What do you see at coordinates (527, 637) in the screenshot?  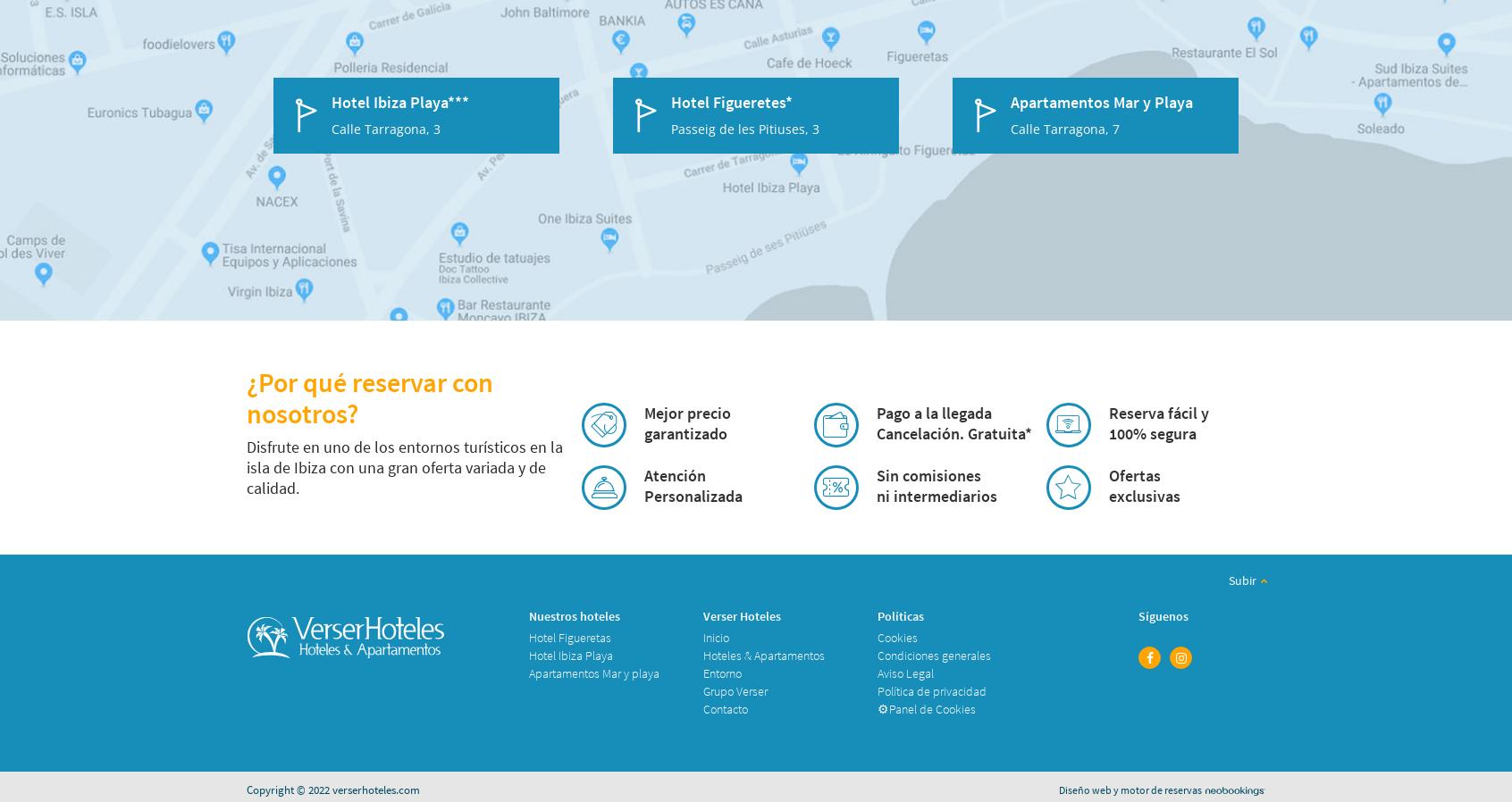 I see `'Hotel Figueretas'` at bounding box center [527, 637].